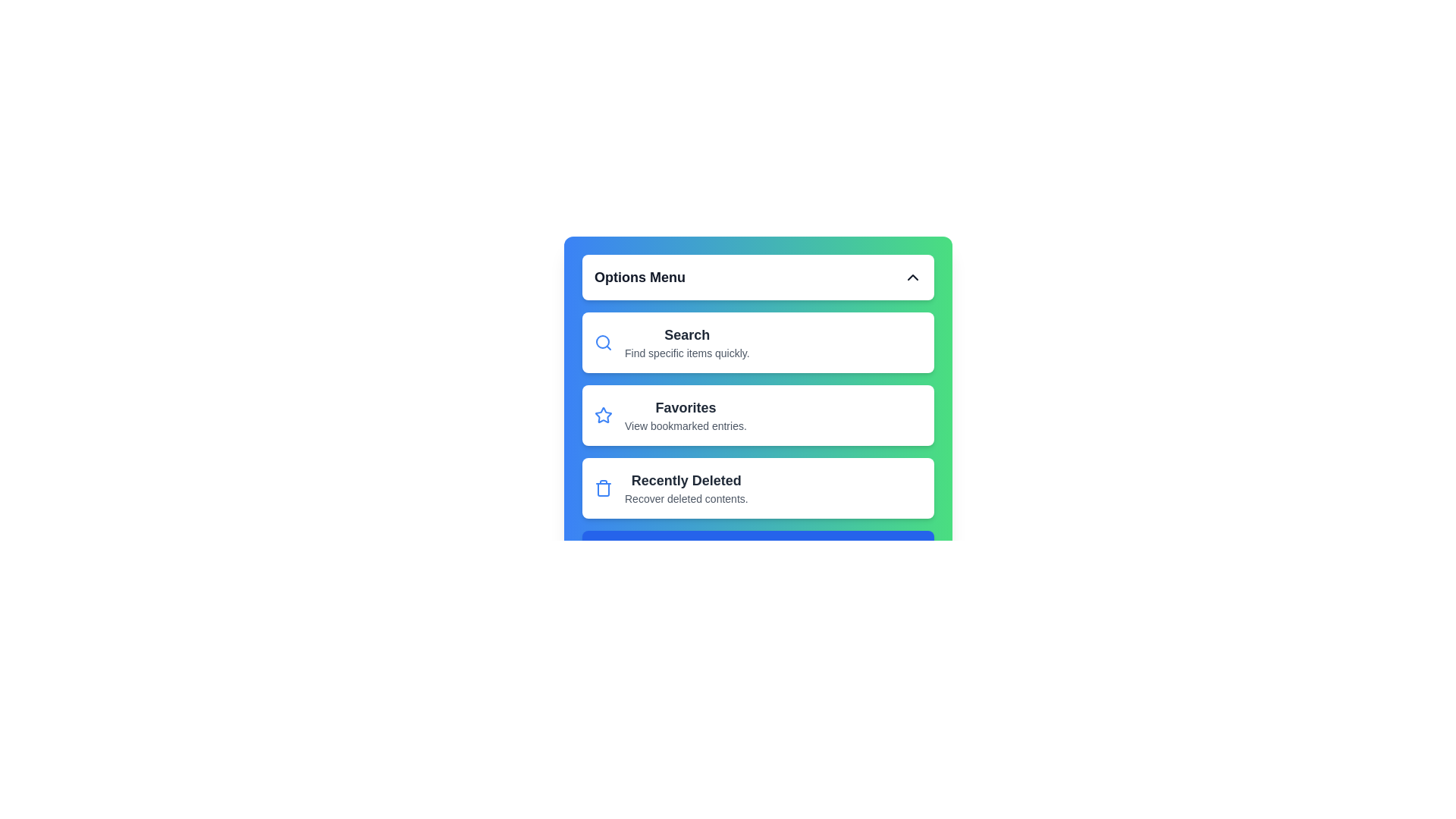 This screenshot has width=1456, height=819. What do you see at coordinates (603, 415) in the screenshot?
I see `the 'favorite' or 'bookmark' icon located to the left of the 'Favorites' title in the options menu` at bounding box center [603, 415].